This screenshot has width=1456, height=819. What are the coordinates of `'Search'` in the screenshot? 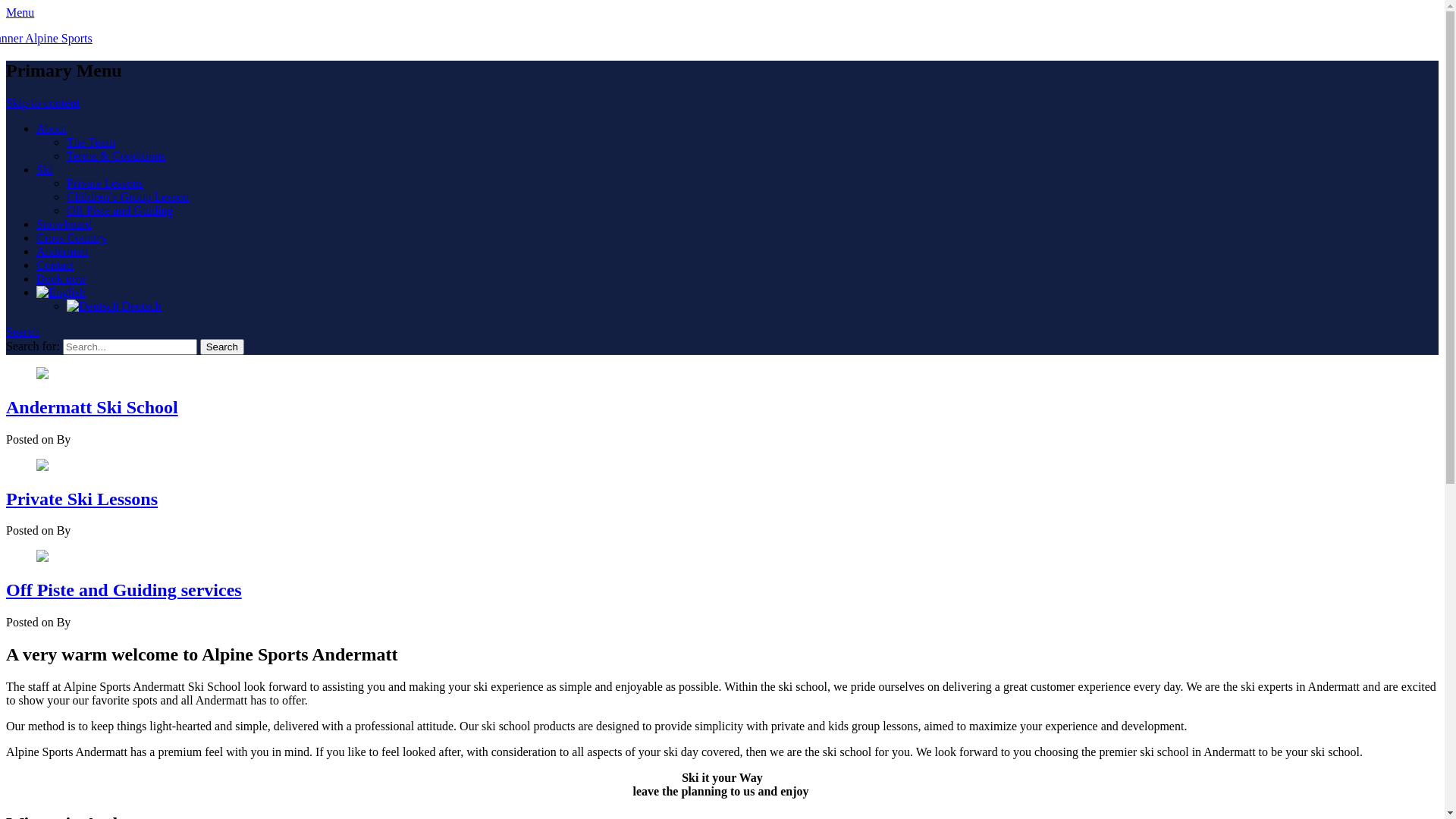 It's located at (6, 331).